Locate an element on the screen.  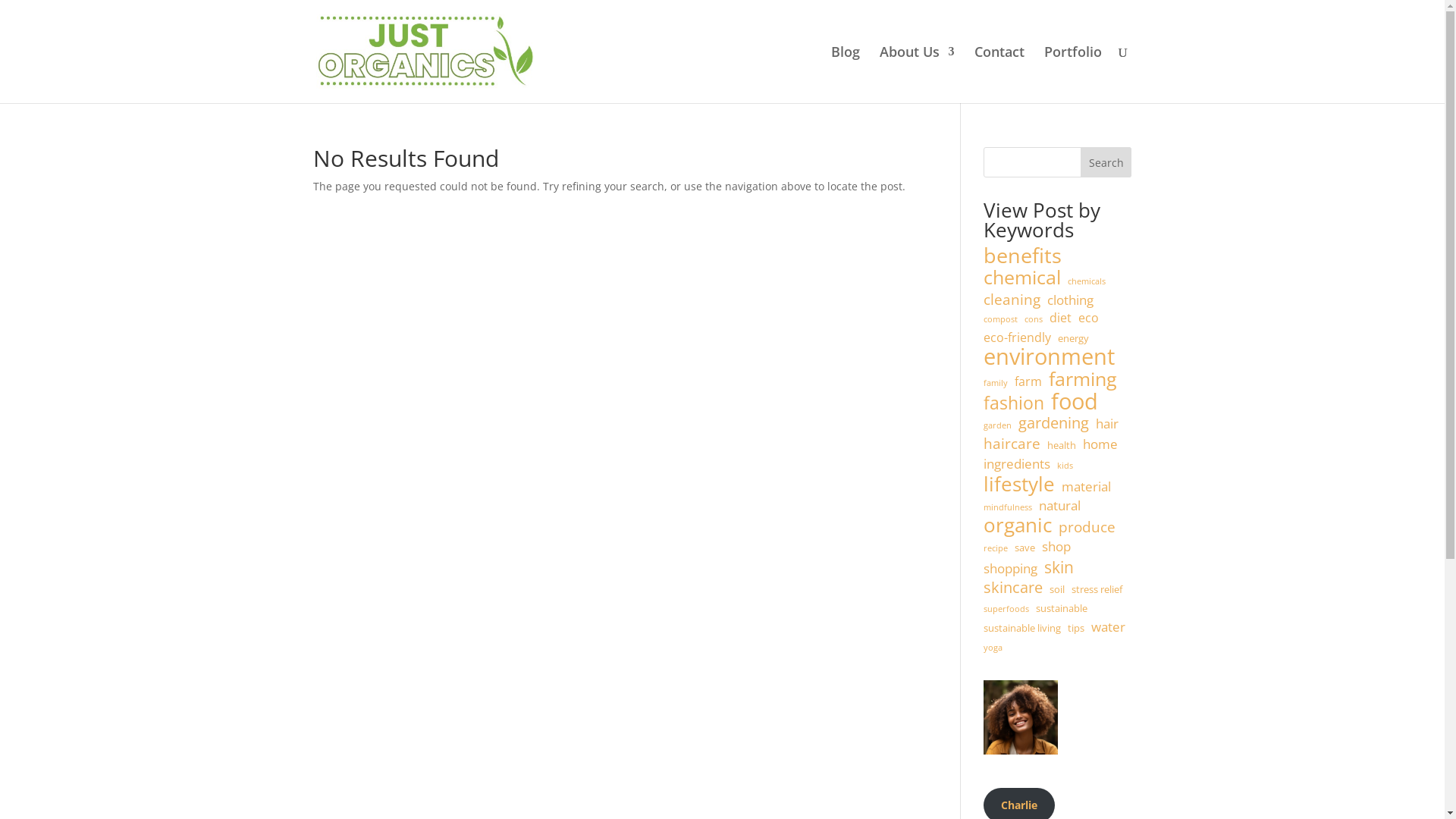
'environment' is located at coordinates (1048, 356).